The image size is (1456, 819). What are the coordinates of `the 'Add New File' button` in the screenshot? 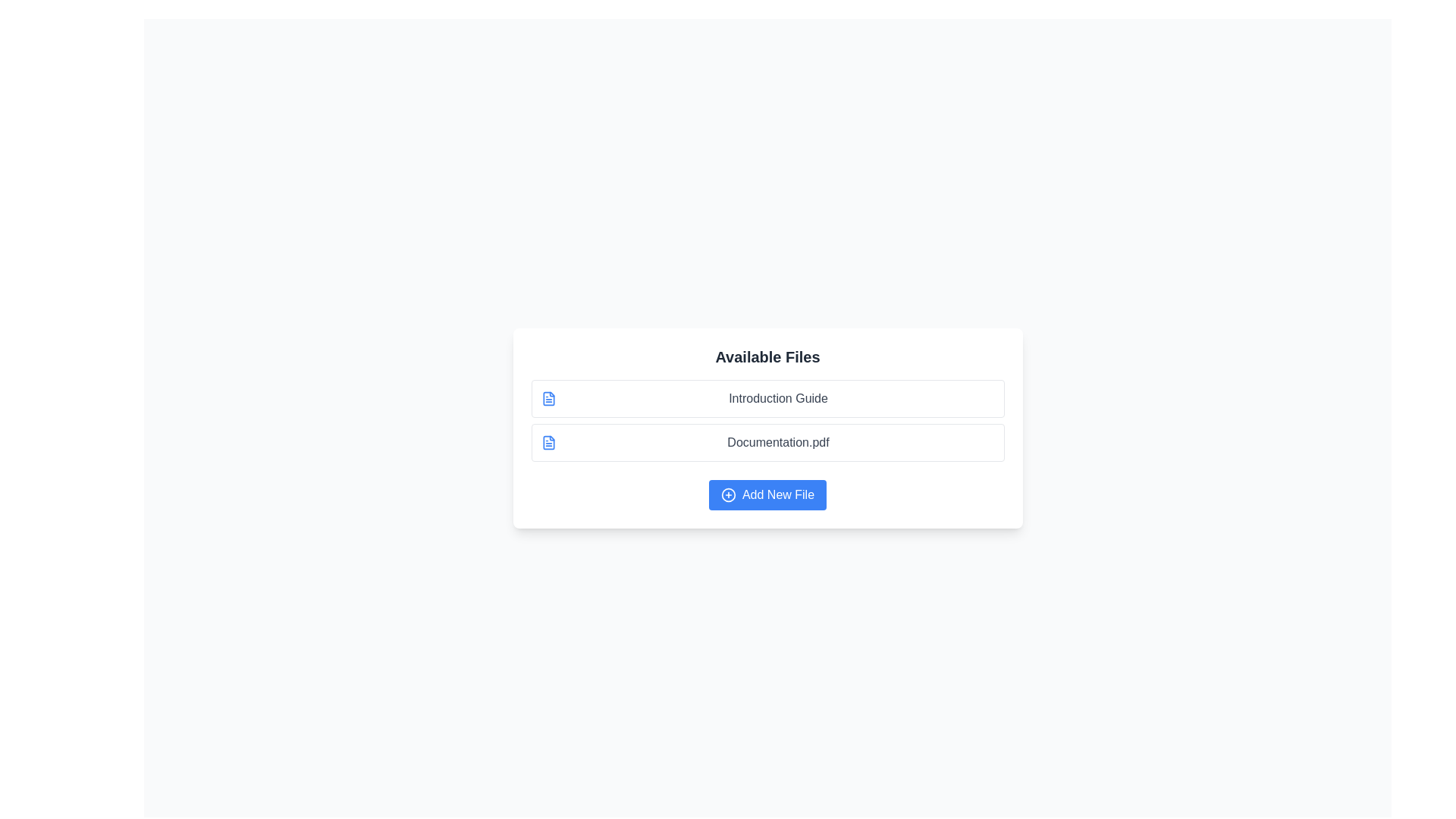 It's located at (767, 494).